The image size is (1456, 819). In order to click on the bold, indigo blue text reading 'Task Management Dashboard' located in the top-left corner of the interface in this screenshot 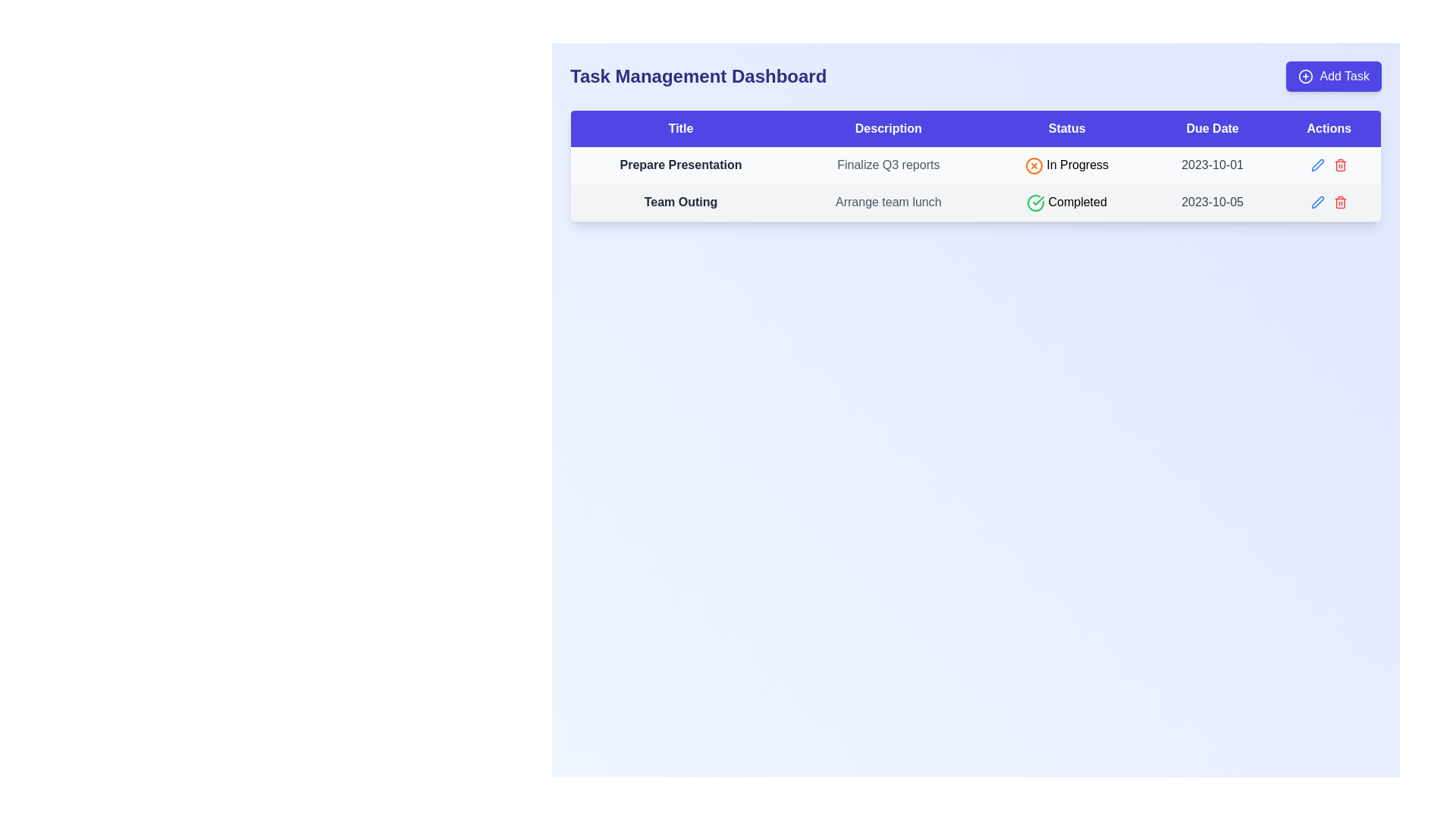, I will do `click(698, 76)`.